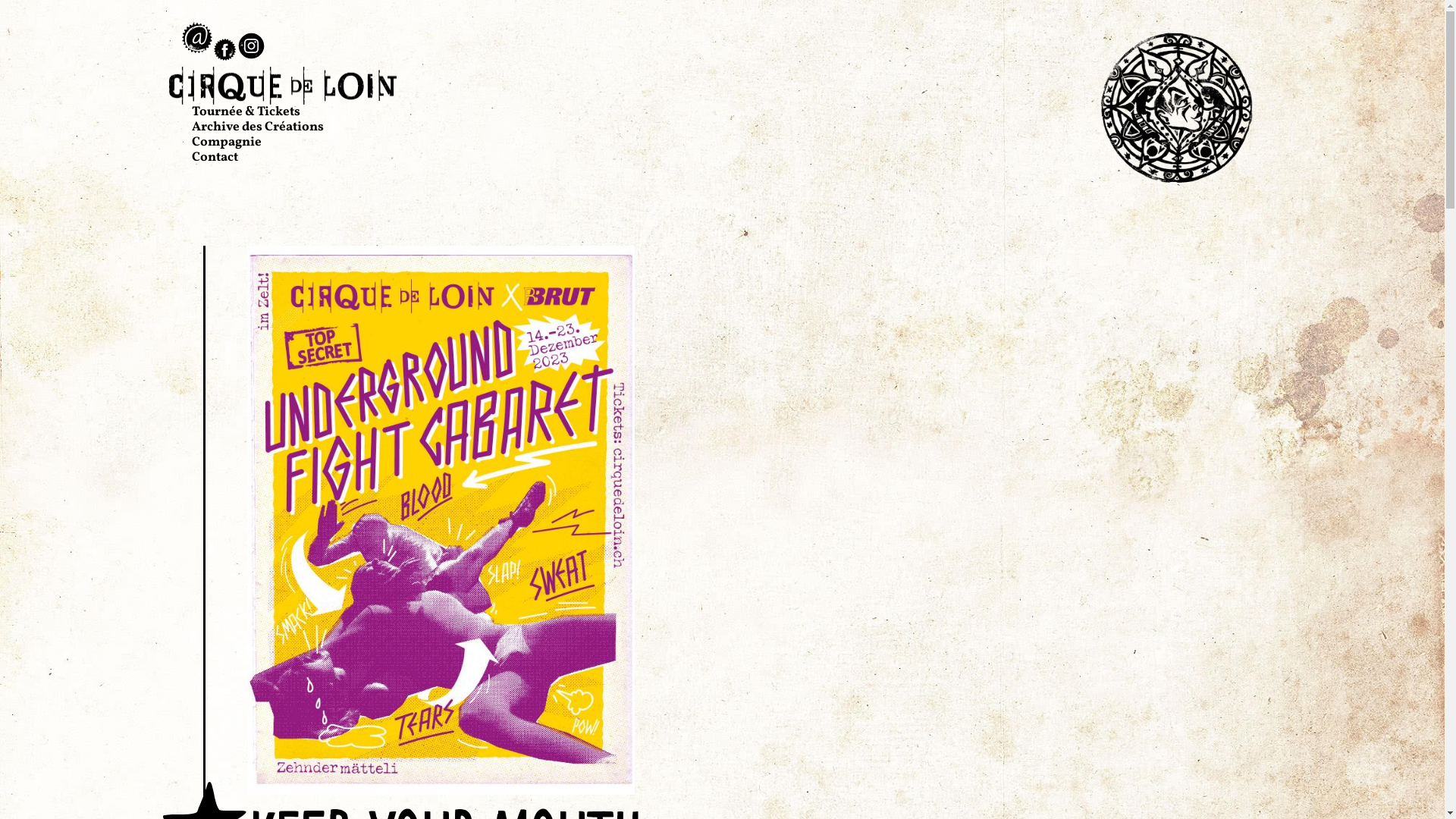  I want to click on 'Compagnie', so click(224, 142).